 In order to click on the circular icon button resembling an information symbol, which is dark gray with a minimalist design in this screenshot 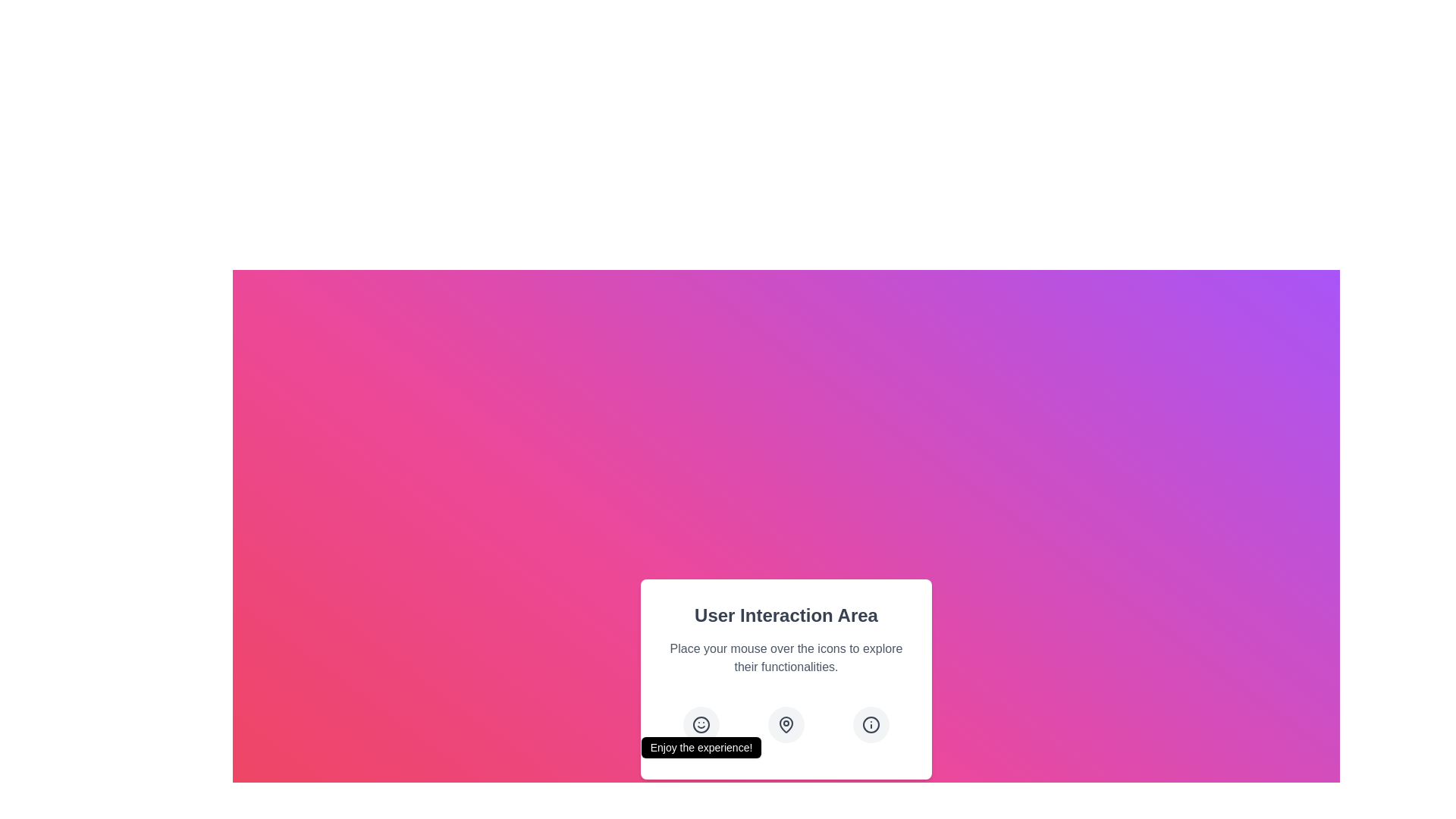, I will do `click(871, 724)`.